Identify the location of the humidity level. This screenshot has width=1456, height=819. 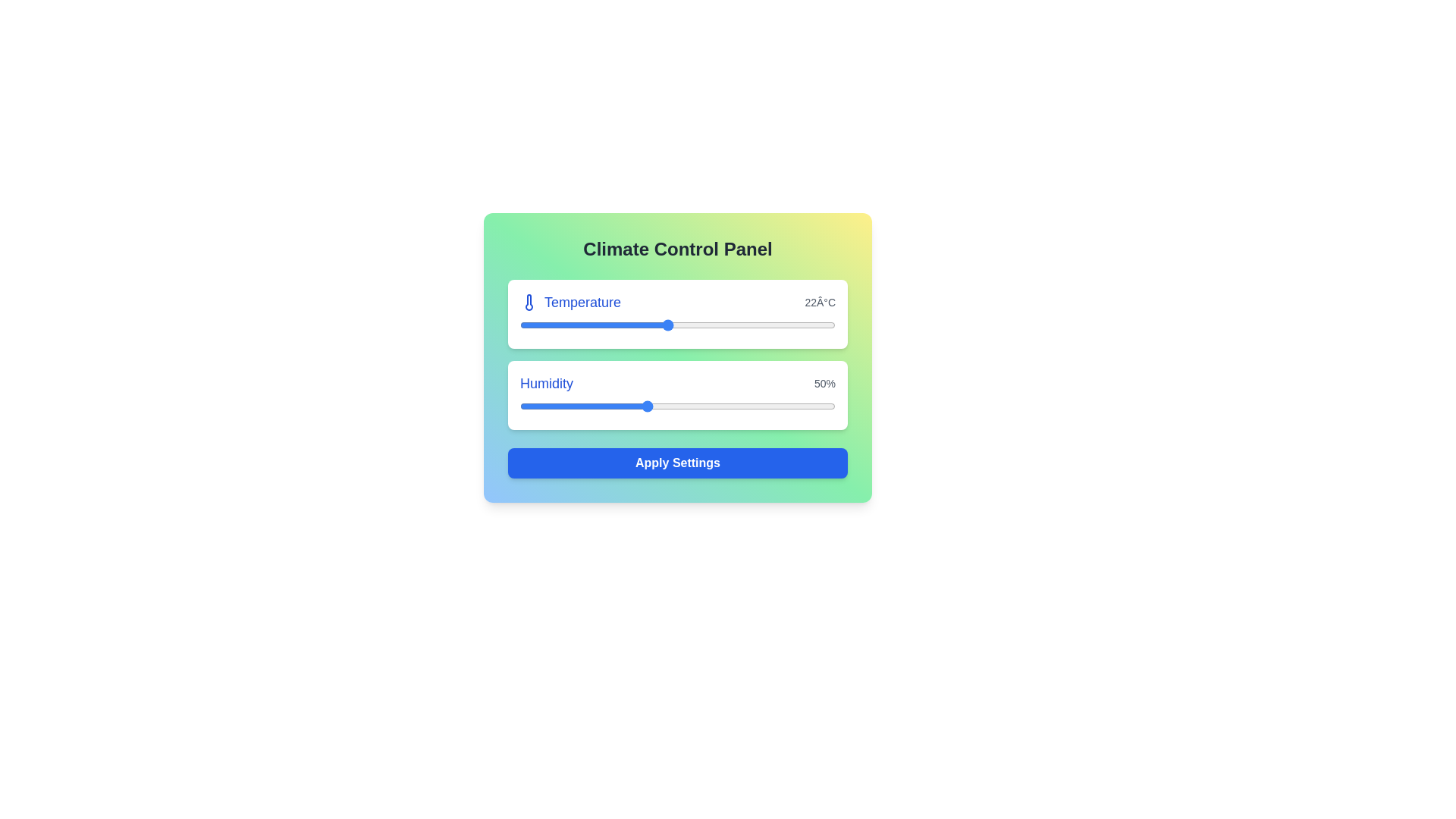
(728, 406).